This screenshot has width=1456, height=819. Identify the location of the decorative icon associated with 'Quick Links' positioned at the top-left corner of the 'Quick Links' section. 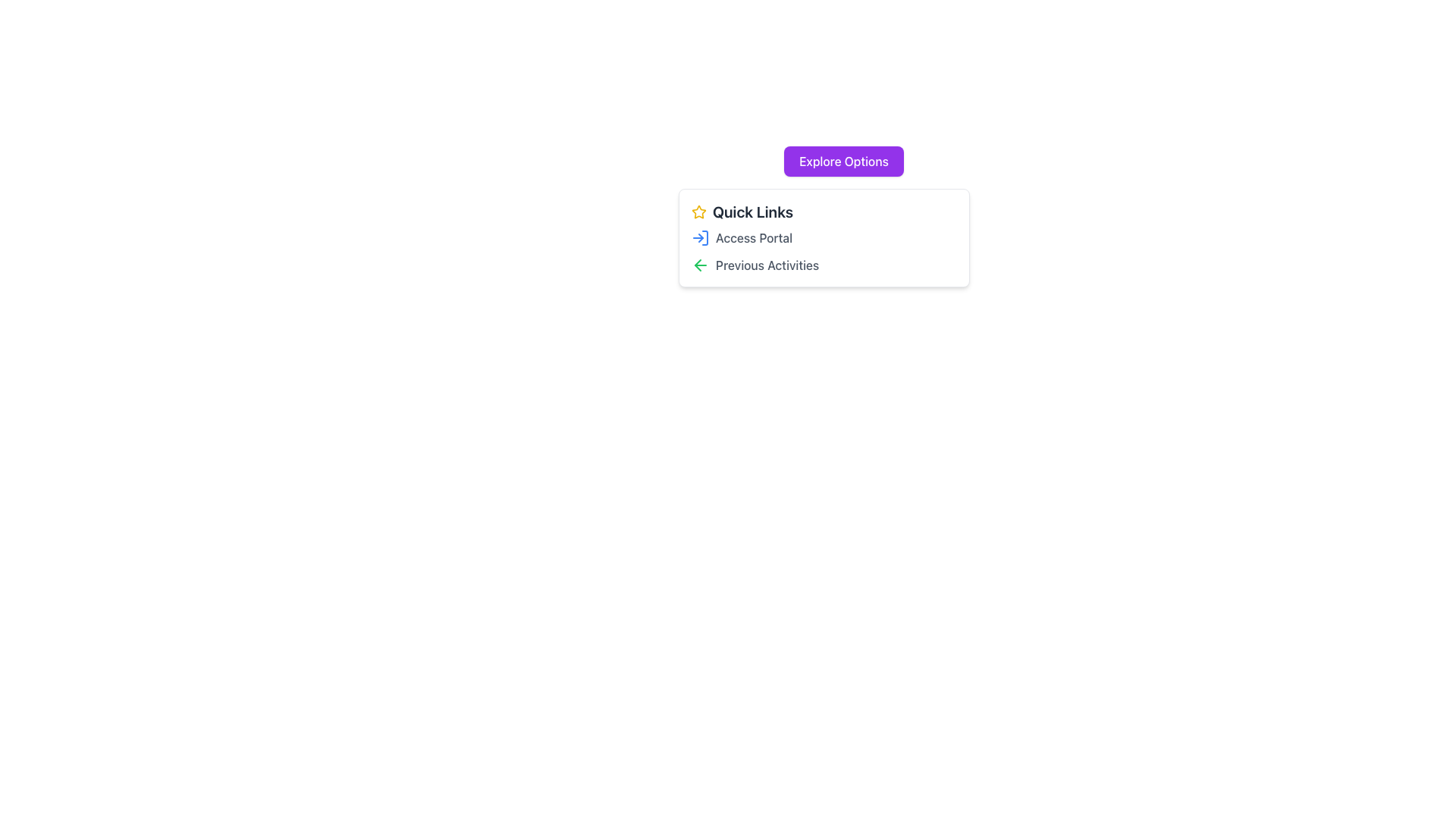
(698, 212).